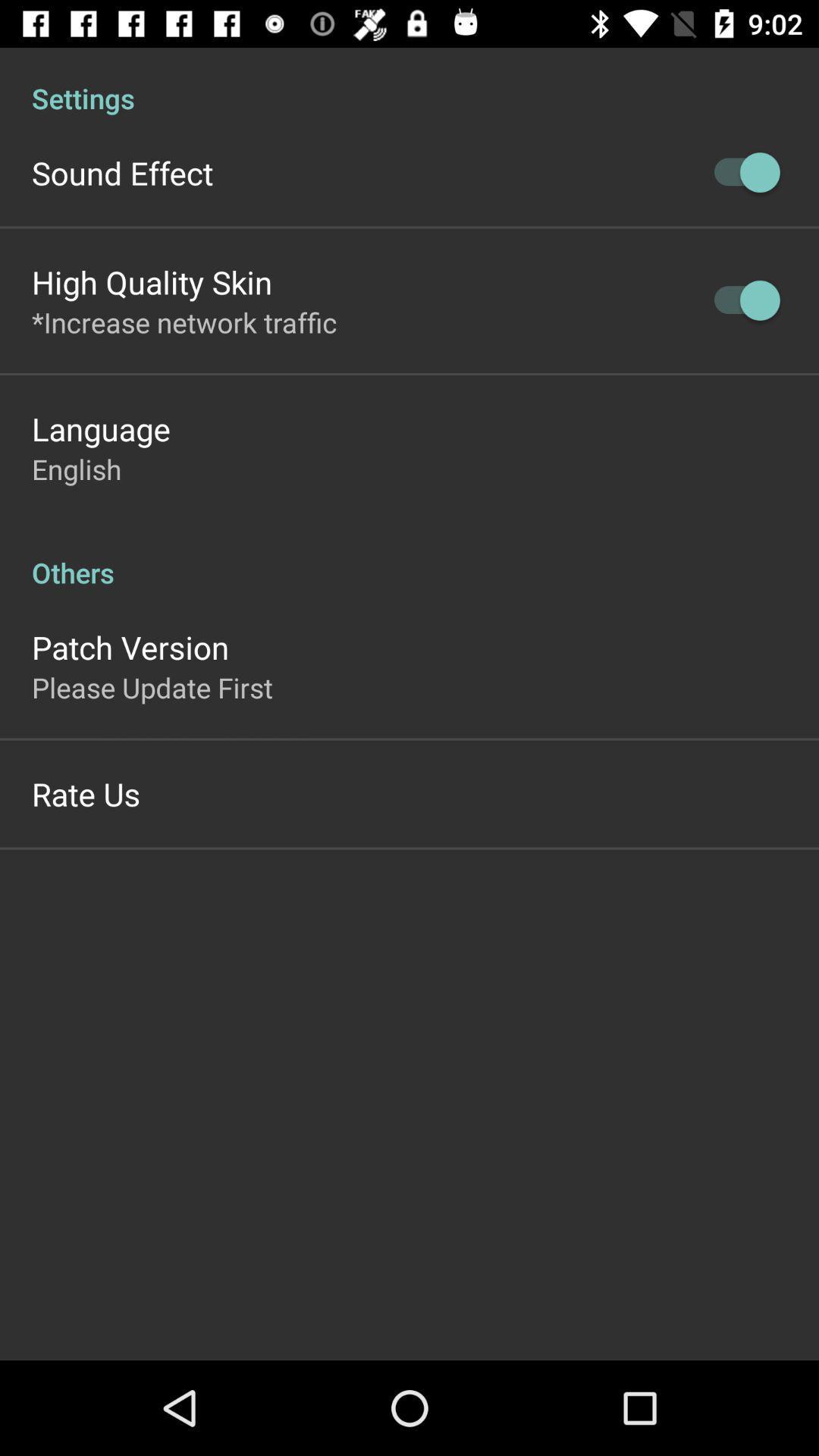 The width and height of the screenshot is (819, 1456). Describe the element at coordinates (86, 792) in the screenshot. I see `rate us item` at that location.